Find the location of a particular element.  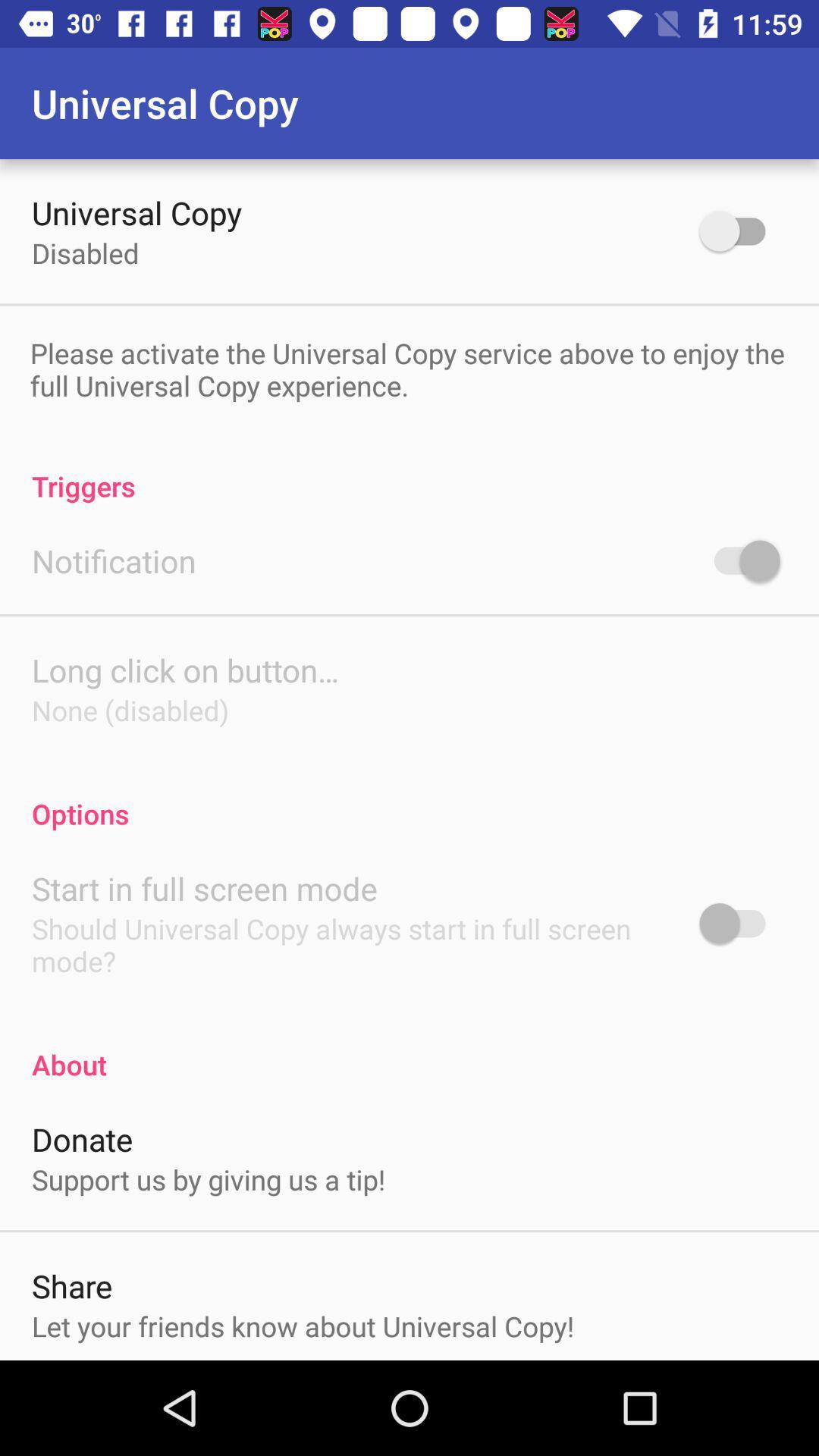

notification is located at coordinates (113, 560).